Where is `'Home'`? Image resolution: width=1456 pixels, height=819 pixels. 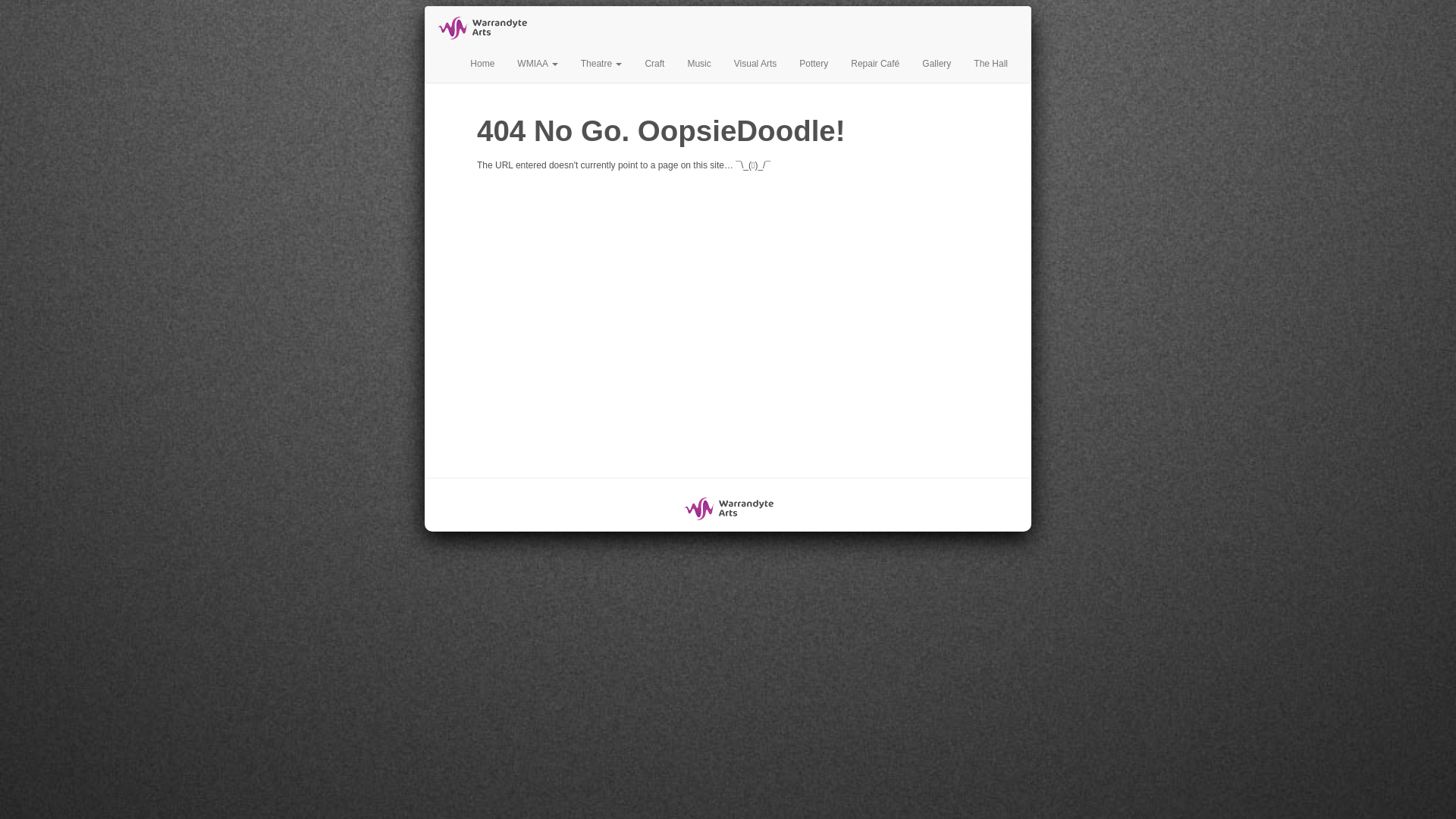
'Home' is located at coordinates (482, 63).